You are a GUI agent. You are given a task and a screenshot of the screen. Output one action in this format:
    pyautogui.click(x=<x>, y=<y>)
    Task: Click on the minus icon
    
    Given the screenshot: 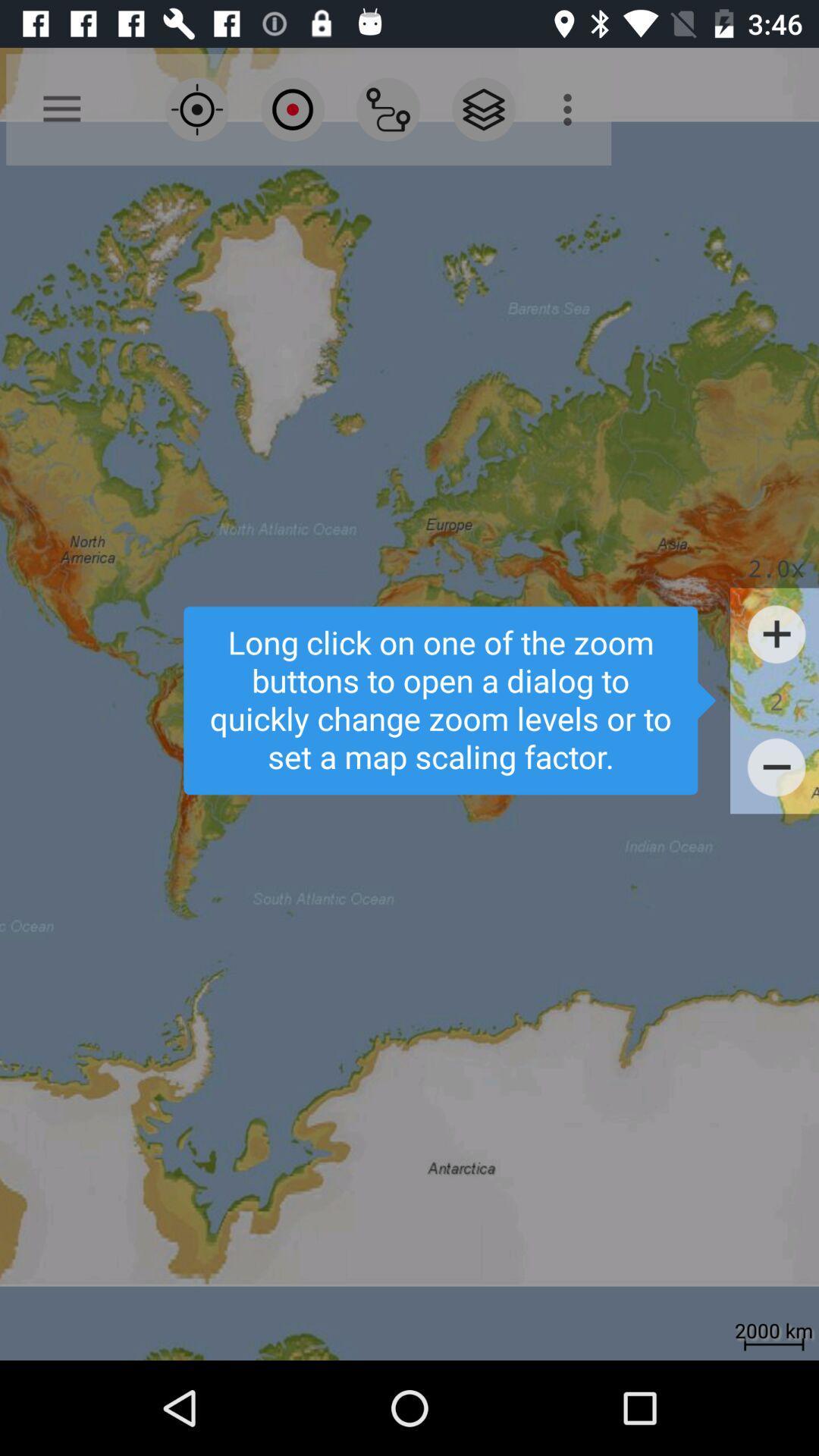 What is the action you would take?
    pyautogui.click(x=776, y=767)
    